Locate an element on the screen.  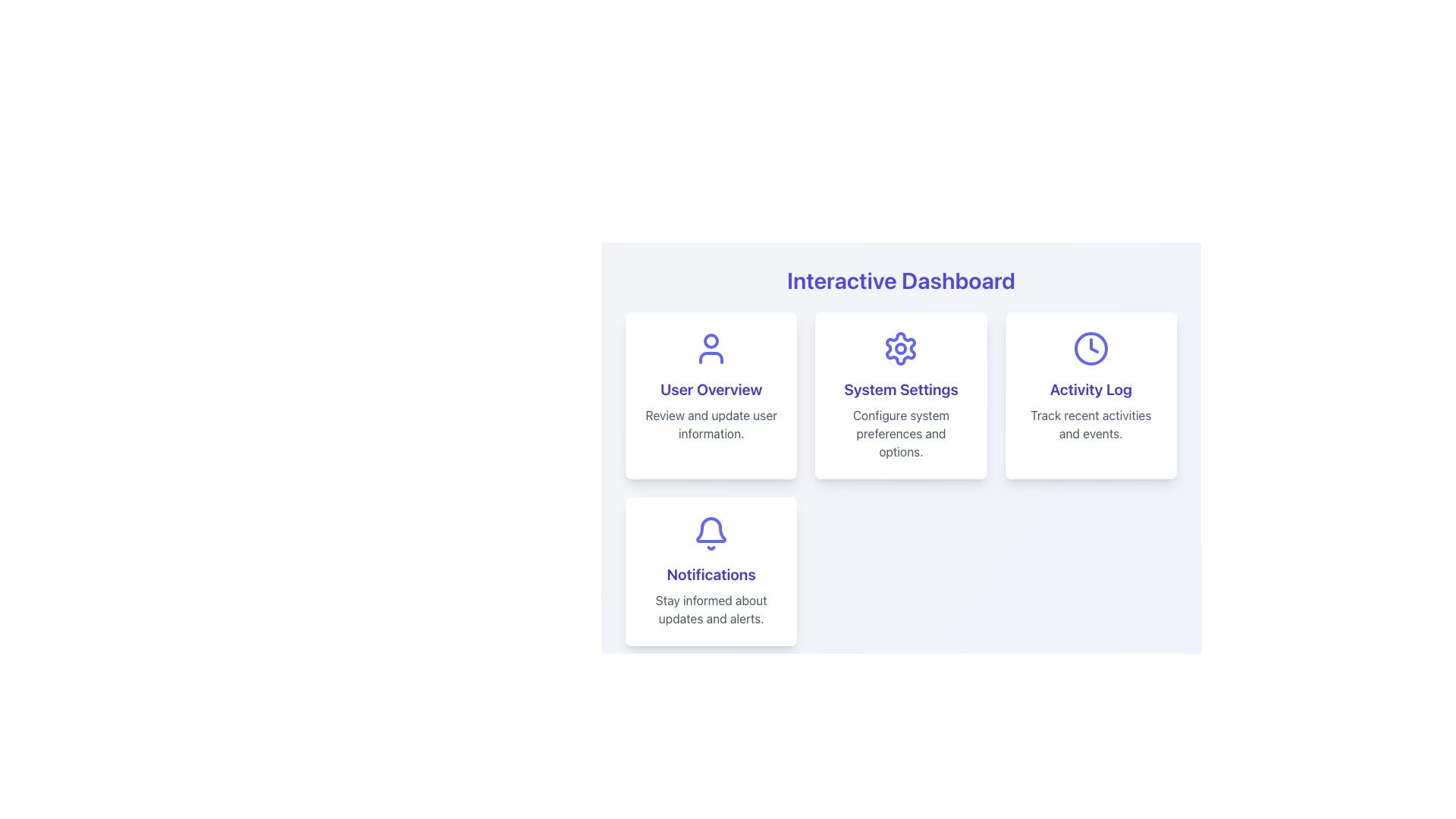
the outline-style user icon located at the top center of the 'User Overview' card, which features a circular head and semi-circular body in indigo is located at coordinates (711, 348).